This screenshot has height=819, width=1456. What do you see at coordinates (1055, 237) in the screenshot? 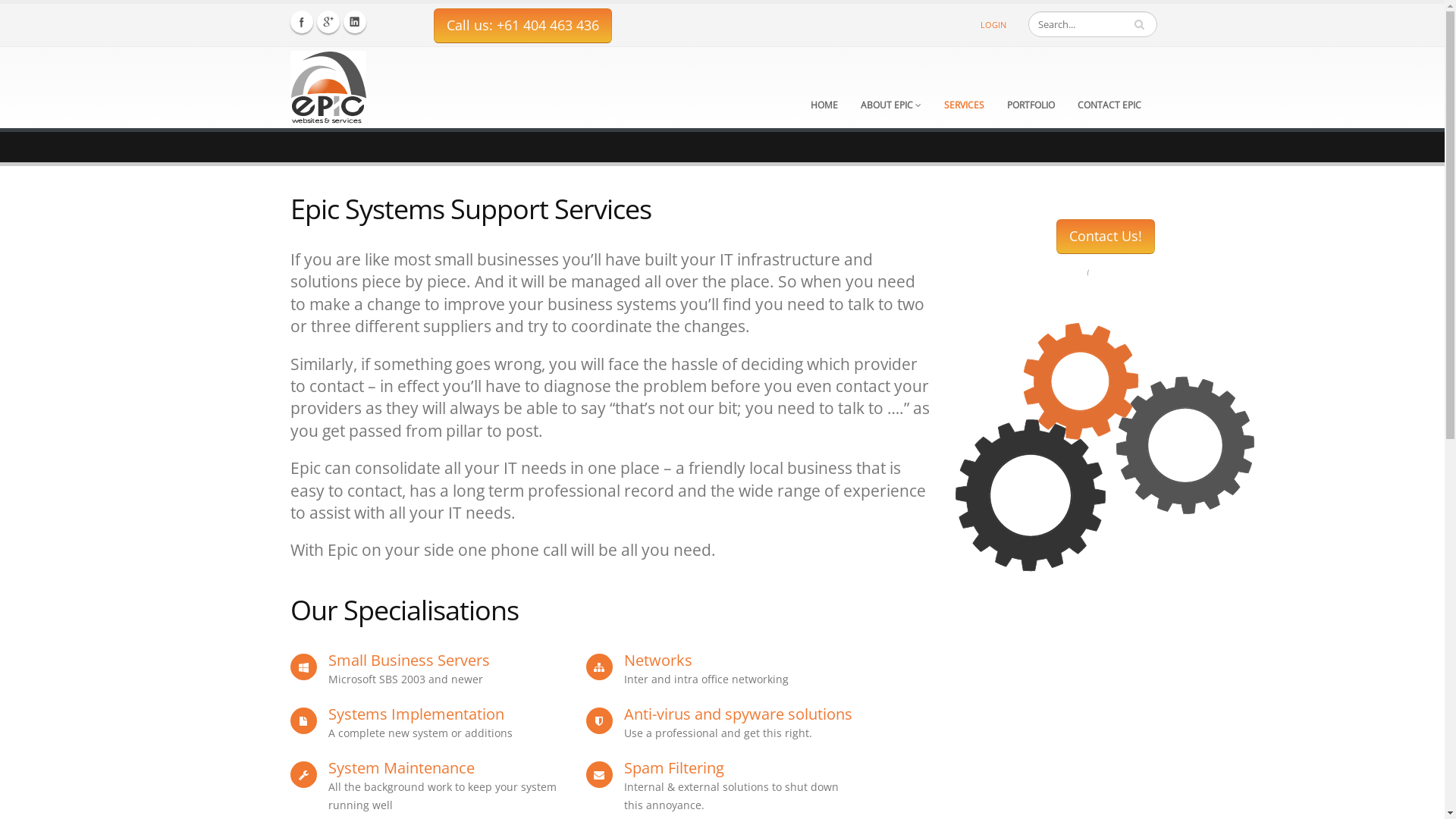
I see `'Contact Us!'` at bounding box center [1055, 237].